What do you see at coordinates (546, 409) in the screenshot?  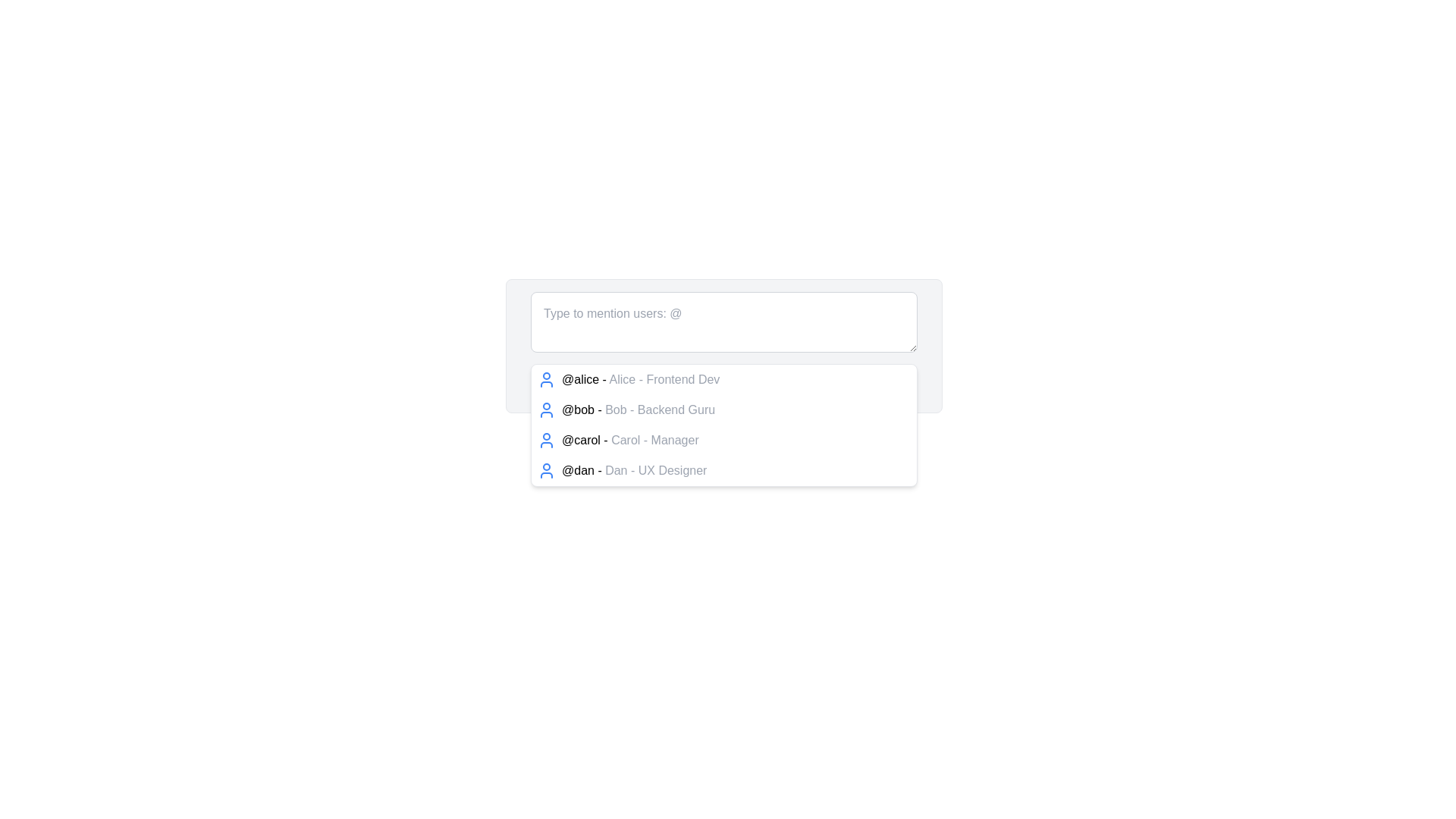 I see `the Profile icon (SVG image) which is the leftmost component of the list item labeled '@bob - Bob - Backend Guru', positioned immediately to the left of the user details` at bounding box center [546, 409].